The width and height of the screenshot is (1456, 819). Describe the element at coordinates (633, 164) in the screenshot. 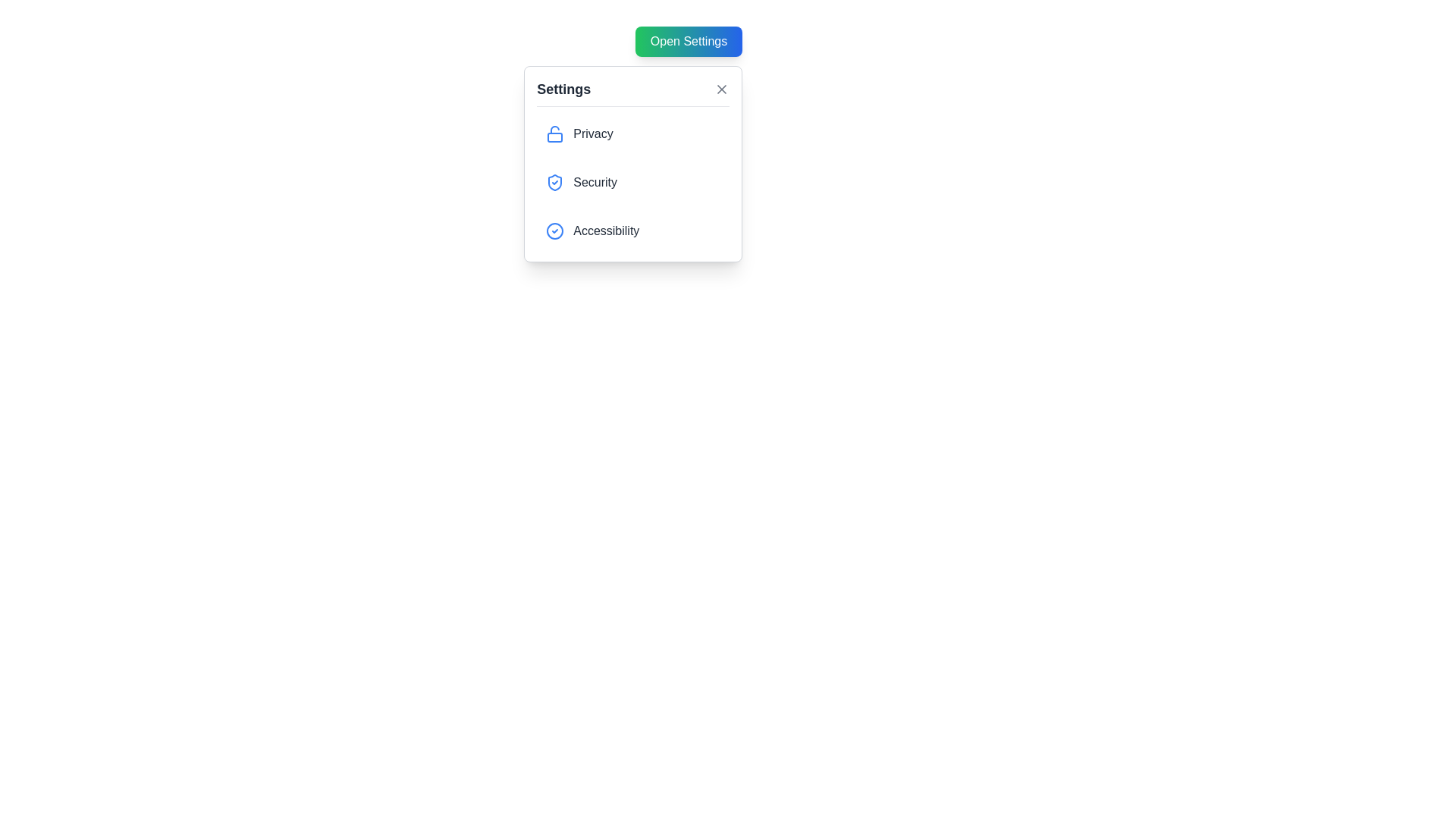

I see `the Dropdown Menu located below the 'Open Settings' button` at that location.